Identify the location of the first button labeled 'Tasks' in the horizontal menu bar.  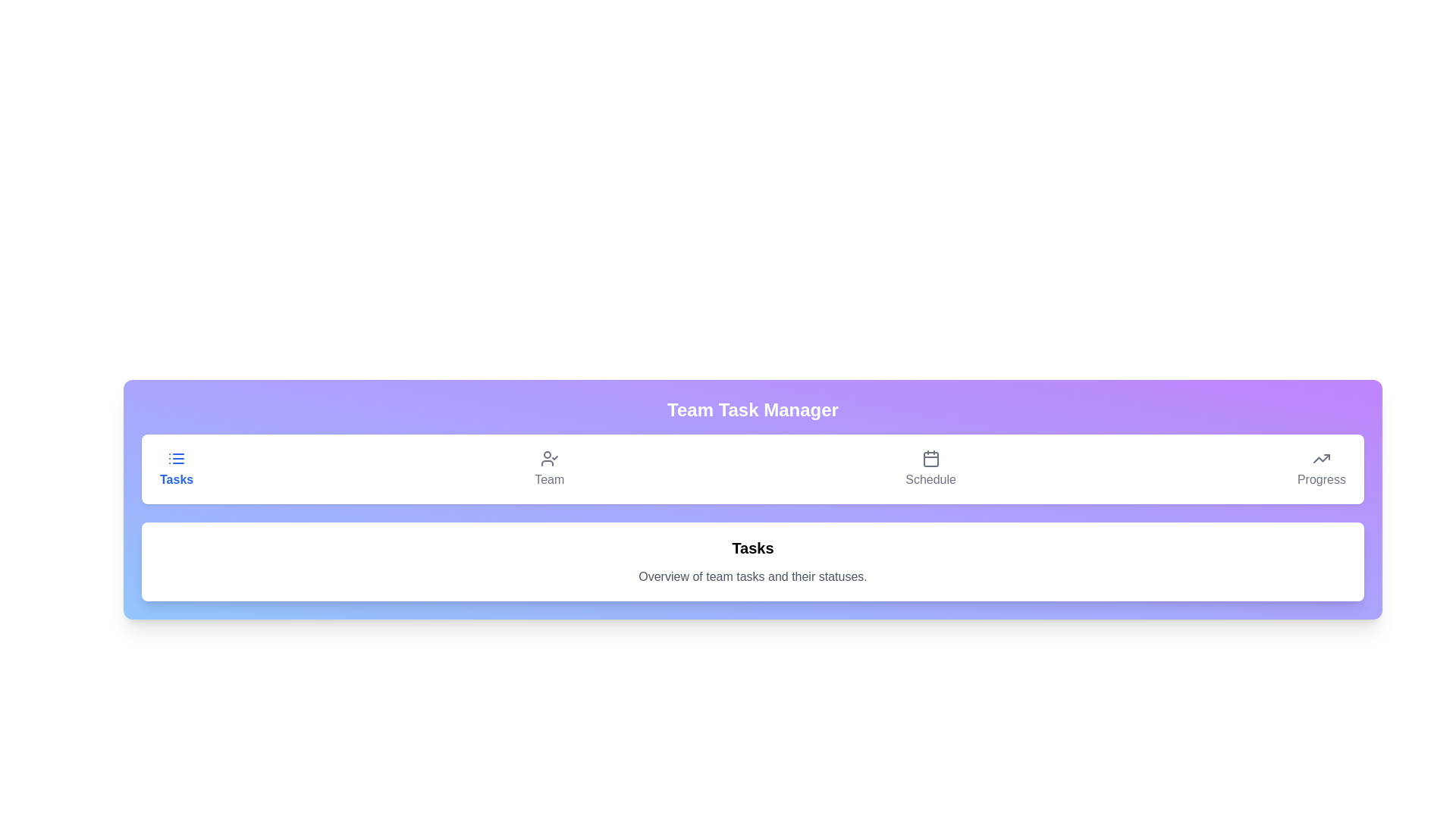
(177, 468).